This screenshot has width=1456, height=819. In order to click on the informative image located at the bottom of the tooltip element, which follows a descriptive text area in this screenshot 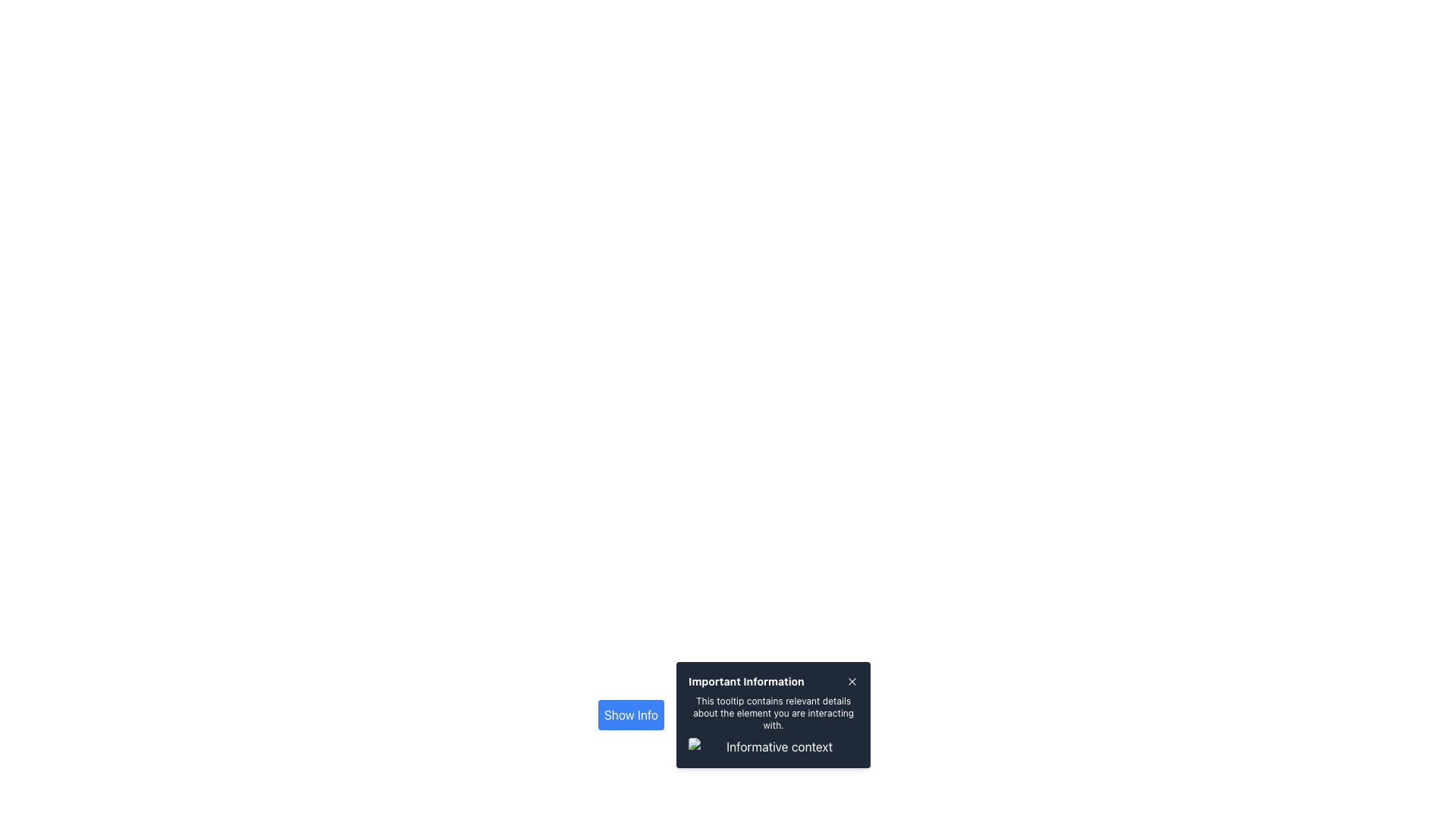, I will do `click(773, 745)`.